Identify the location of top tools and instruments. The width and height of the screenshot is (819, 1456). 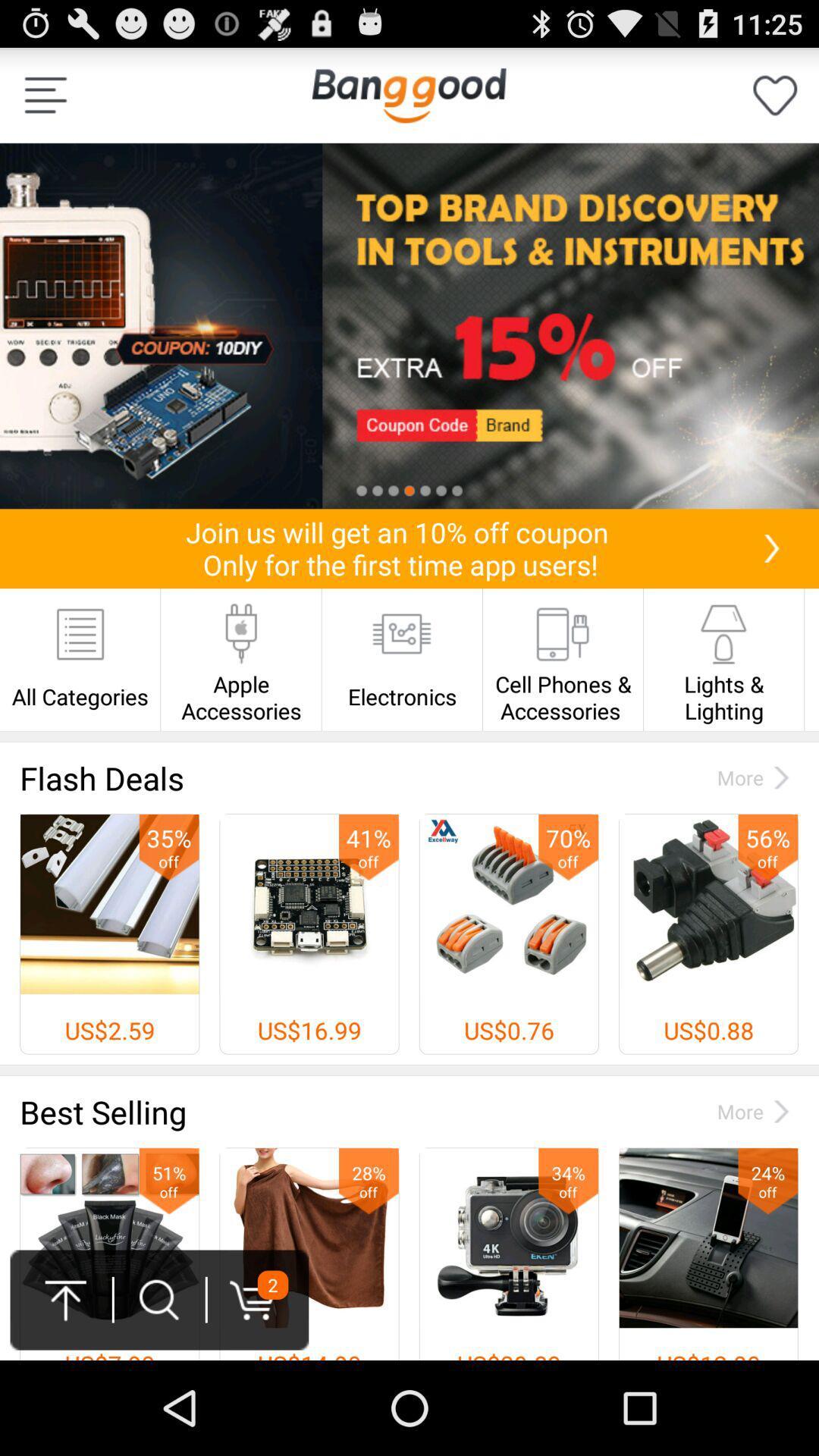
(409, 325).